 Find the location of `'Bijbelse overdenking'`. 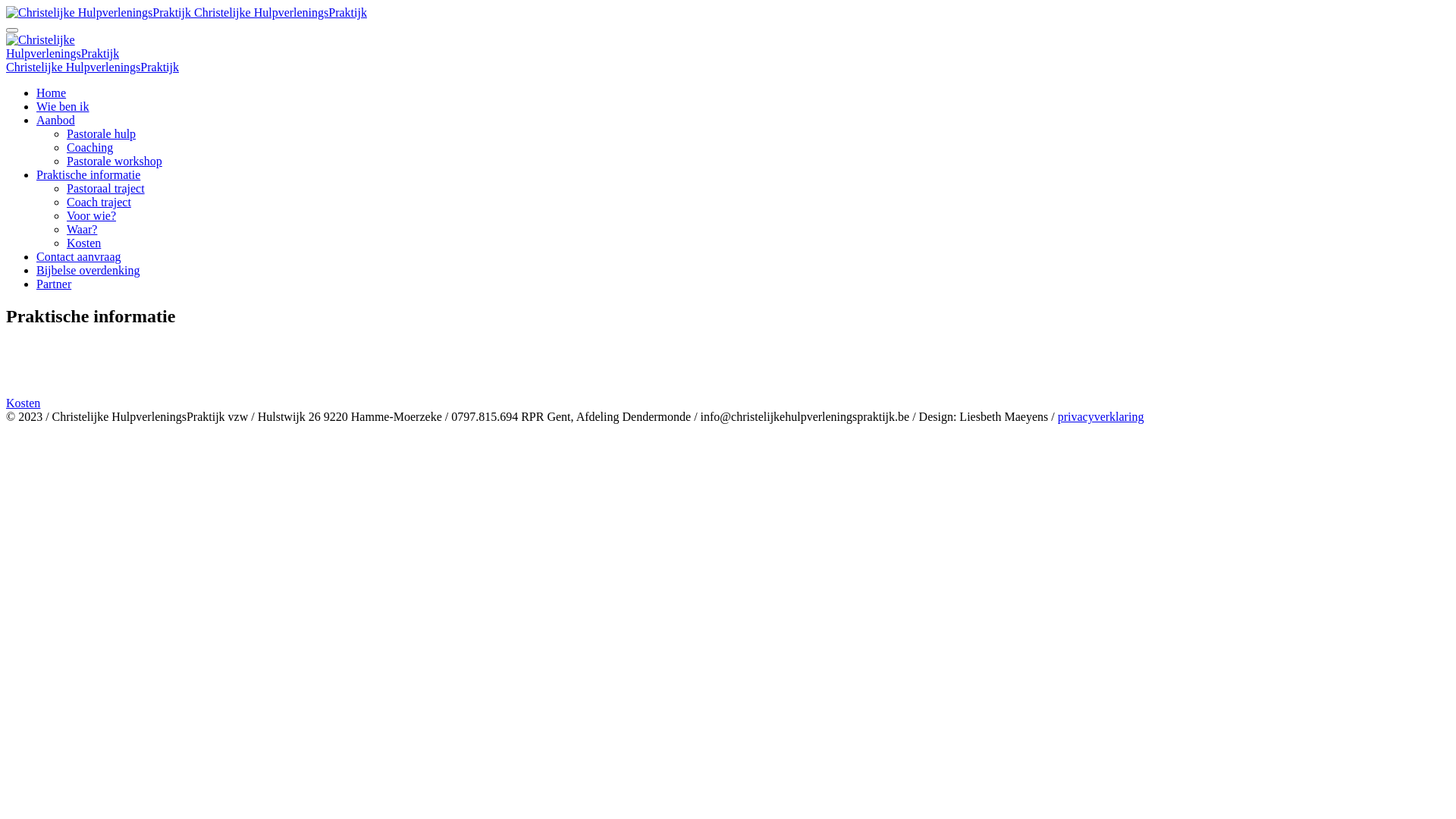

'Bijbelse overdenking' is located at coordinates (86, 269).